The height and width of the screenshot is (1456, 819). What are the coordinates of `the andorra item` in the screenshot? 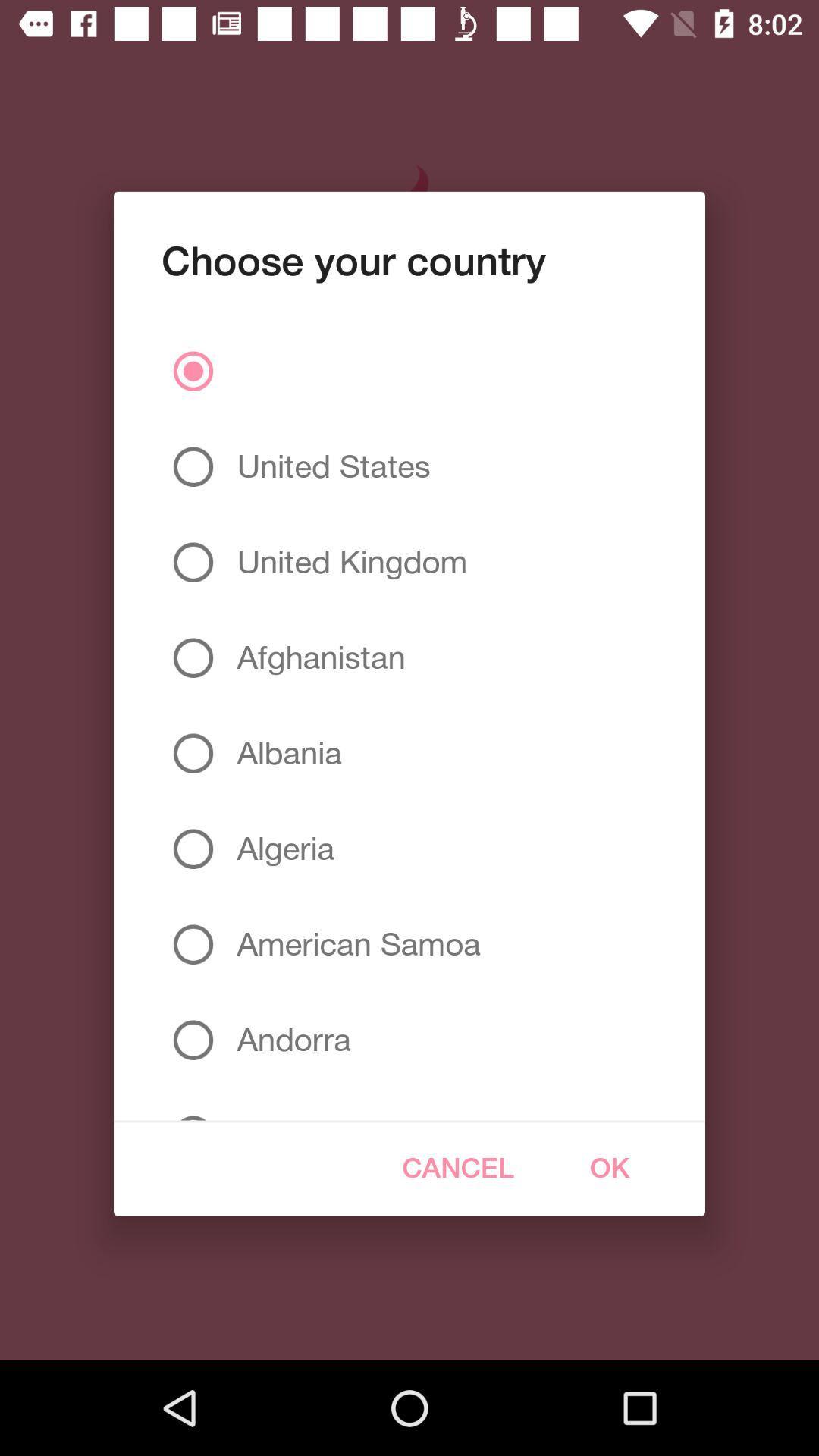 It's located at (287, 1039).